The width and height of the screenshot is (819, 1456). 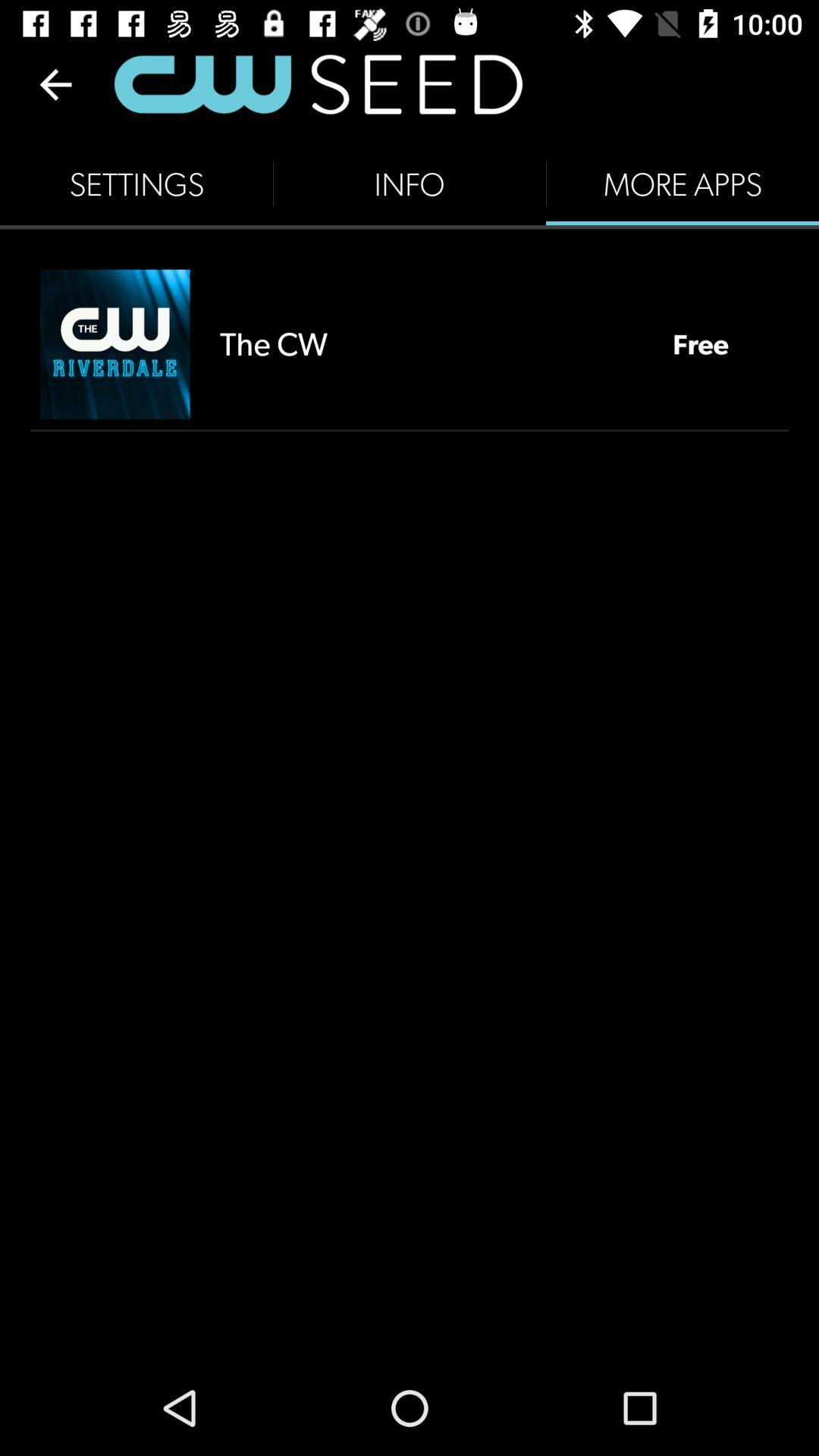 What do you see at coordinates (114, 344) in the screenshot?
I see `icon below the settings item` at bounding box center [114, 344].